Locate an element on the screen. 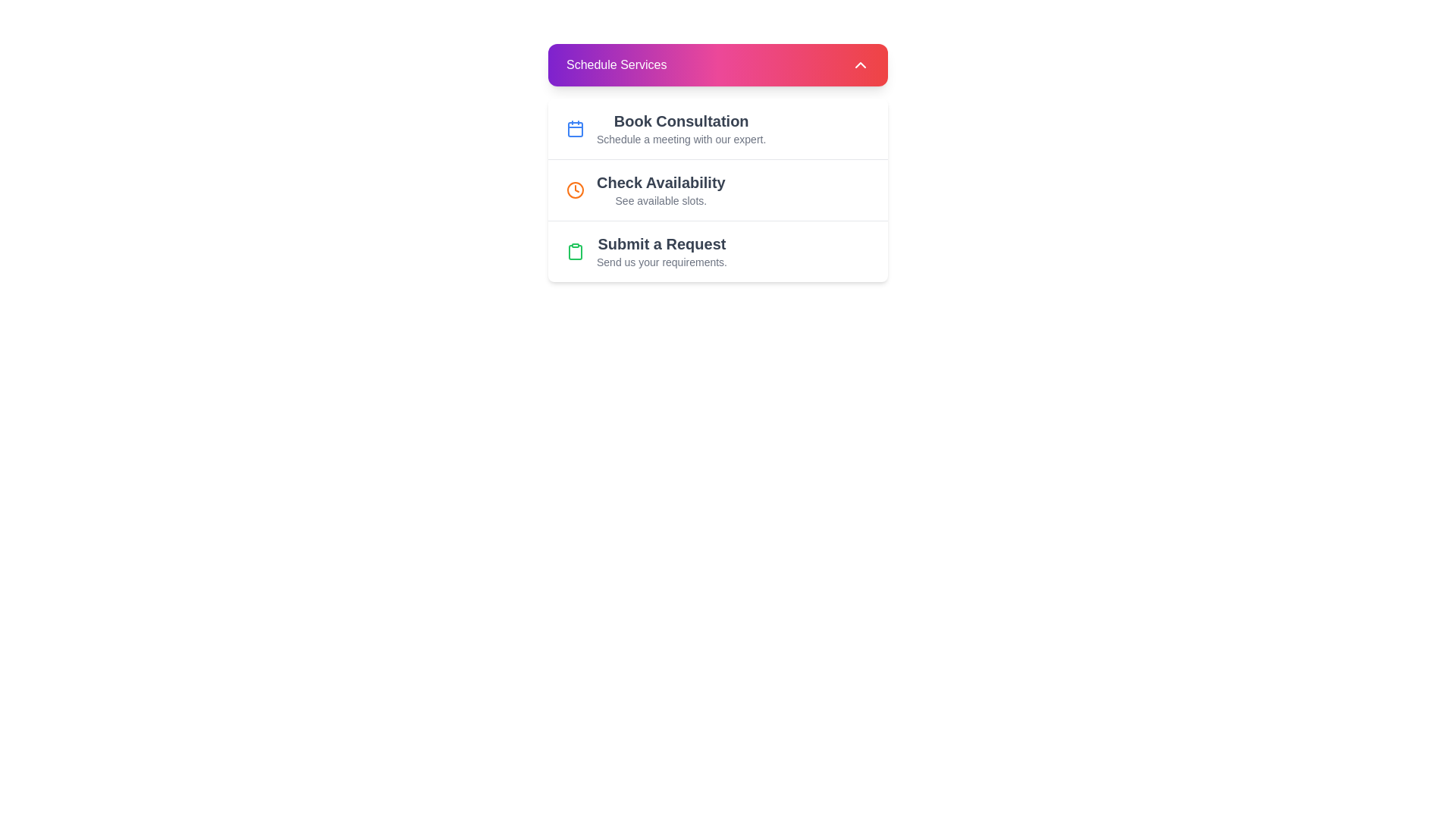 This screenshot has height=819, width=1456. the blue calendar icon, which is located to the left of the 'Book Consultation' text in the 'Schedule Services' dropdown panel is located at coordinates (574, 127).